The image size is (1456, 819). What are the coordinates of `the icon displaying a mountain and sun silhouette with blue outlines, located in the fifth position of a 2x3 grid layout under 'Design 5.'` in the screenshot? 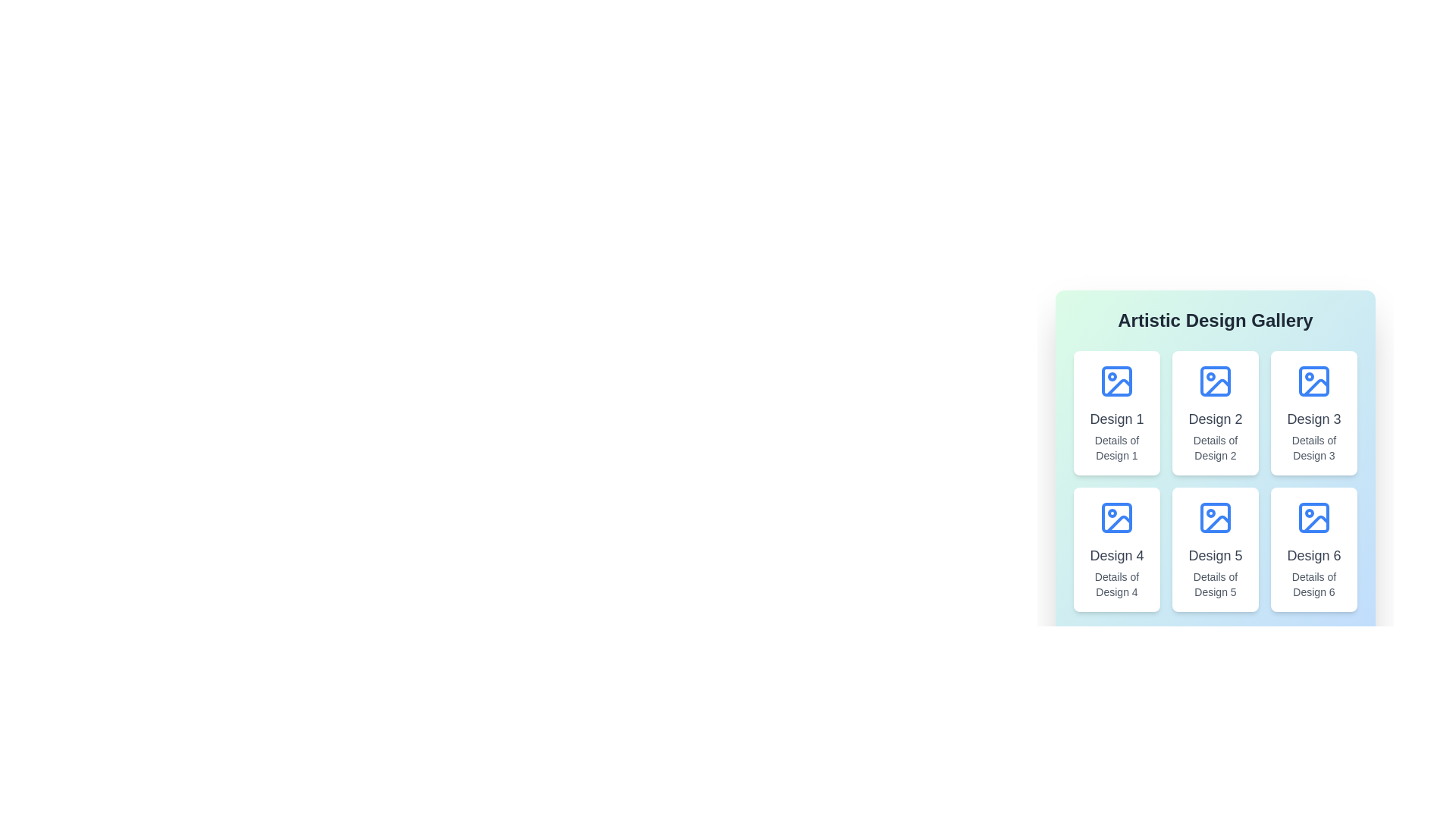 It's located at (1218, 522).